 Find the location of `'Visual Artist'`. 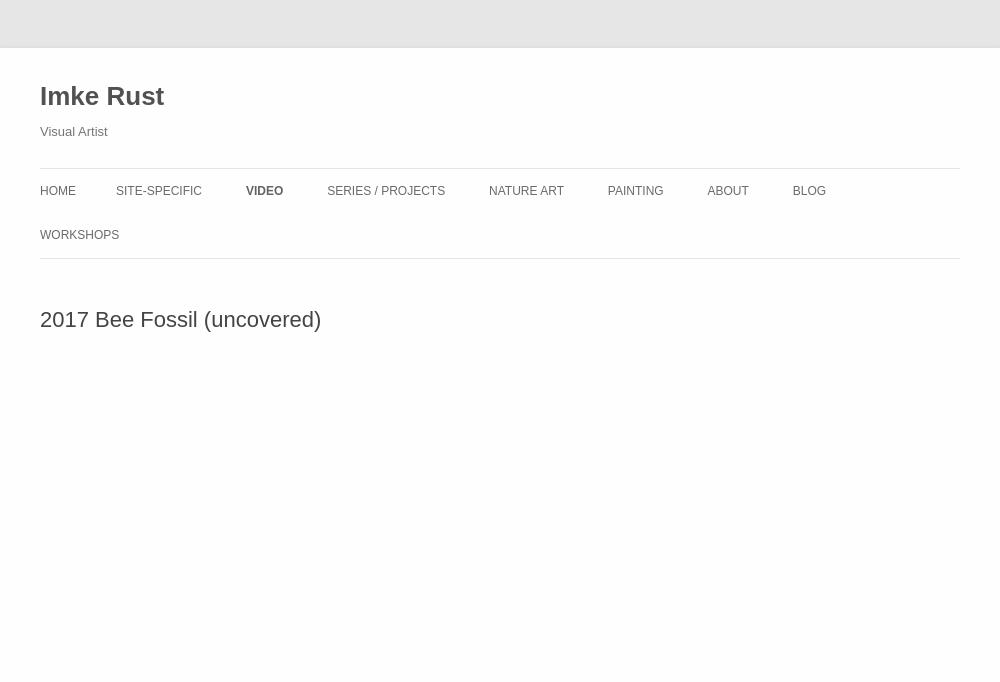

'Visual Artist' is located at coordinates (72, 131).